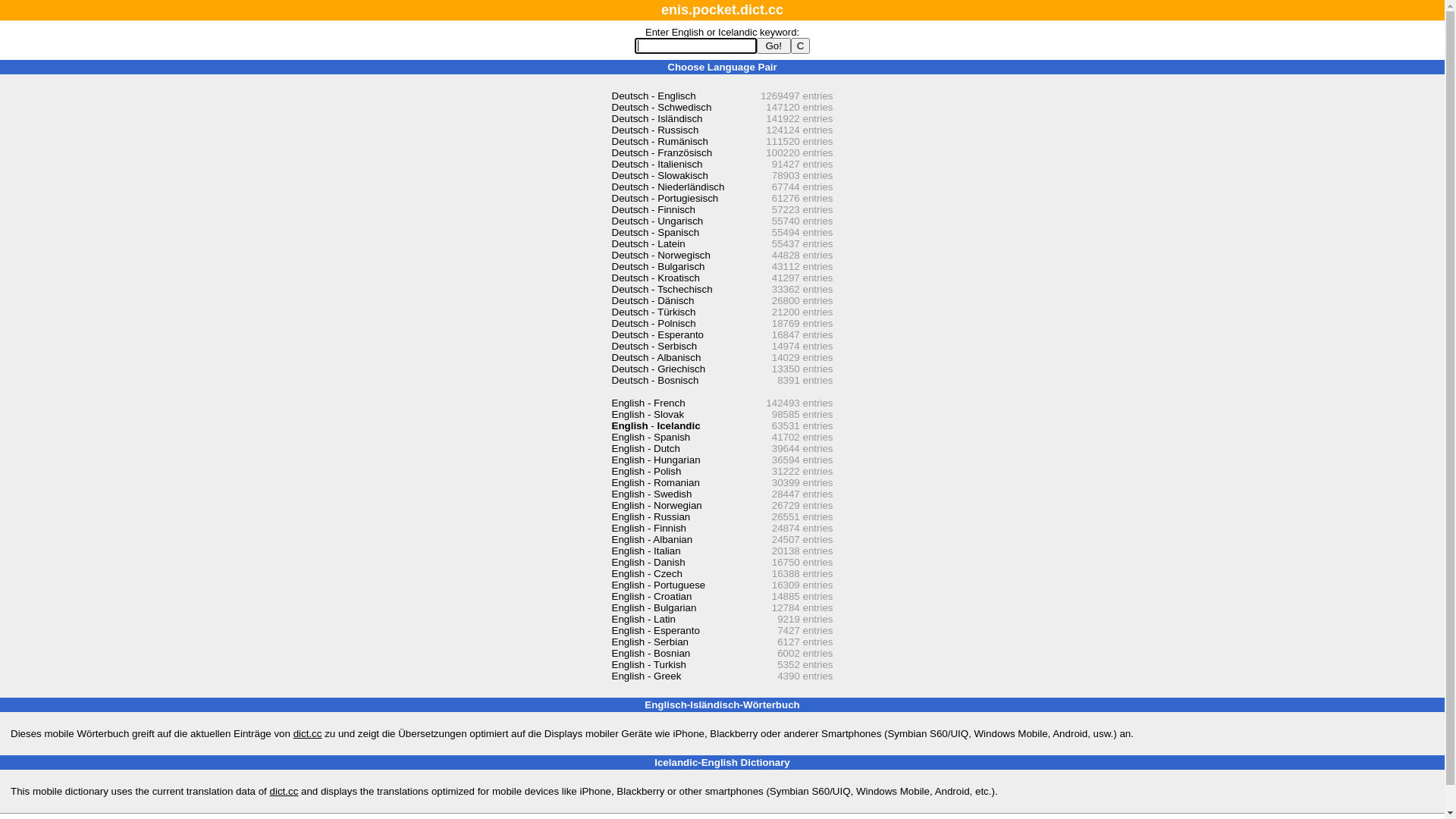  Describe the element at coordinates (654, 129) in the screenshot. I see `'Deutsch - Russisch'` at that location.